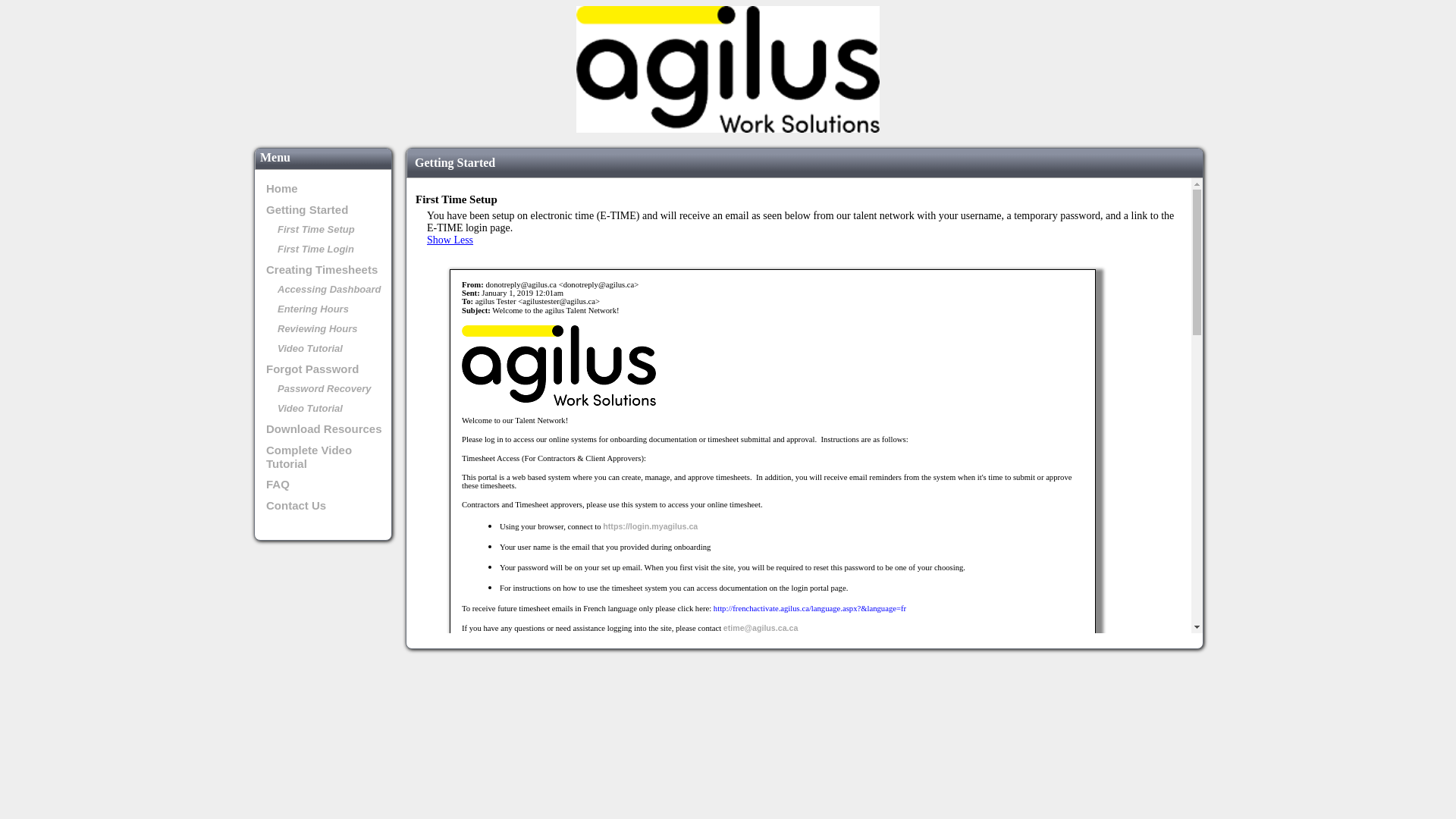 The height and width of the screenshot is (819, 1456). What do you see at coordinates (323, 388) in the screenshot?
I see `'Password Recovery'` at bounding box center [323, 388].